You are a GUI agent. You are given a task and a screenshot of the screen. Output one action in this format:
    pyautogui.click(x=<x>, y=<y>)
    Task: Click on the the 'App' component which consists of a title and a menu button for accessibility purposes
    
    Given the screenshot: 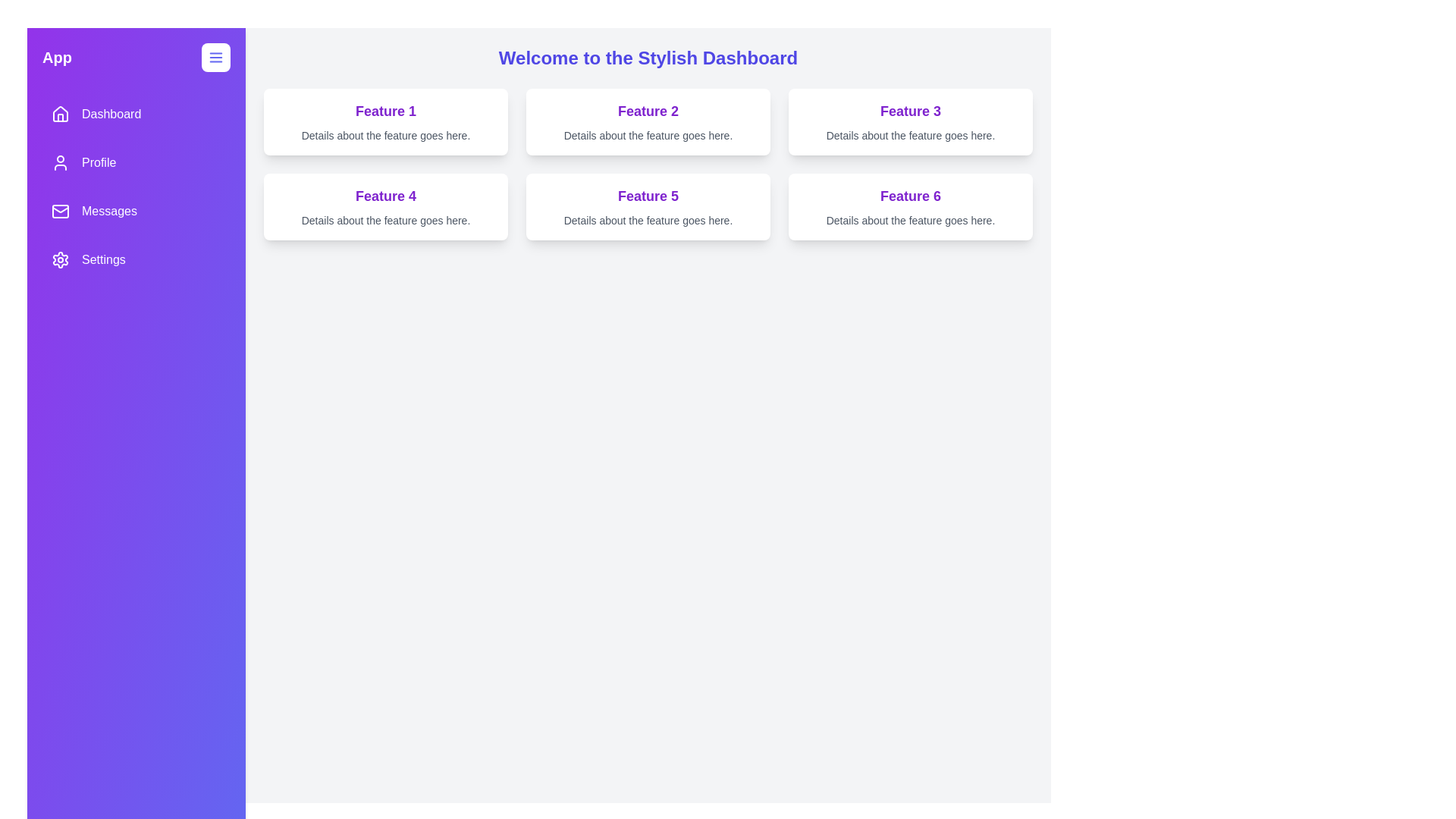 What is the action you would take?
    pyautogui.click(x=136, y=57)
    